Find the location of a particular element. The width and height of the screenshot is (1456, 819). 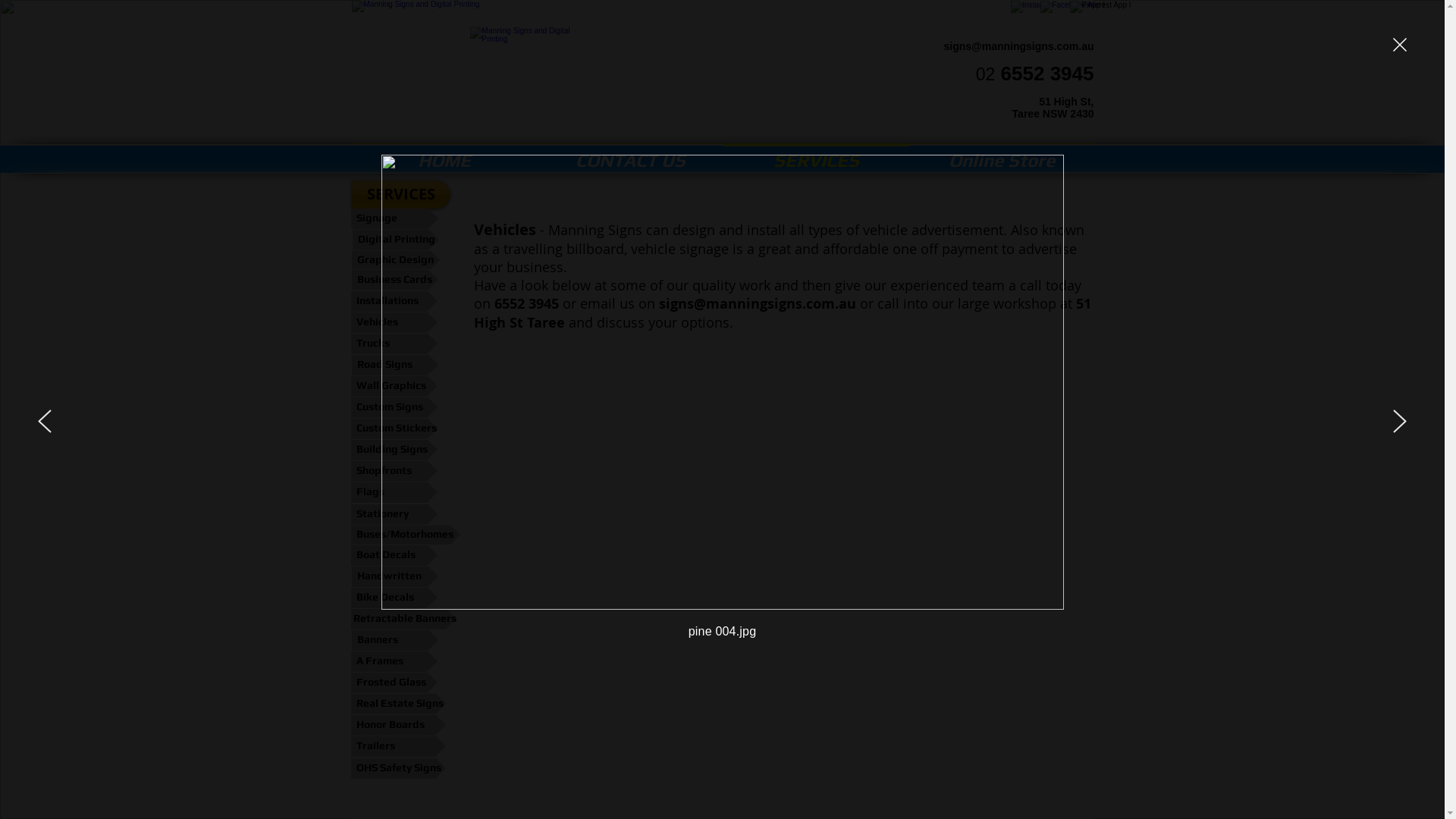

'Digital Printing' is located at coordinates (395, 239).